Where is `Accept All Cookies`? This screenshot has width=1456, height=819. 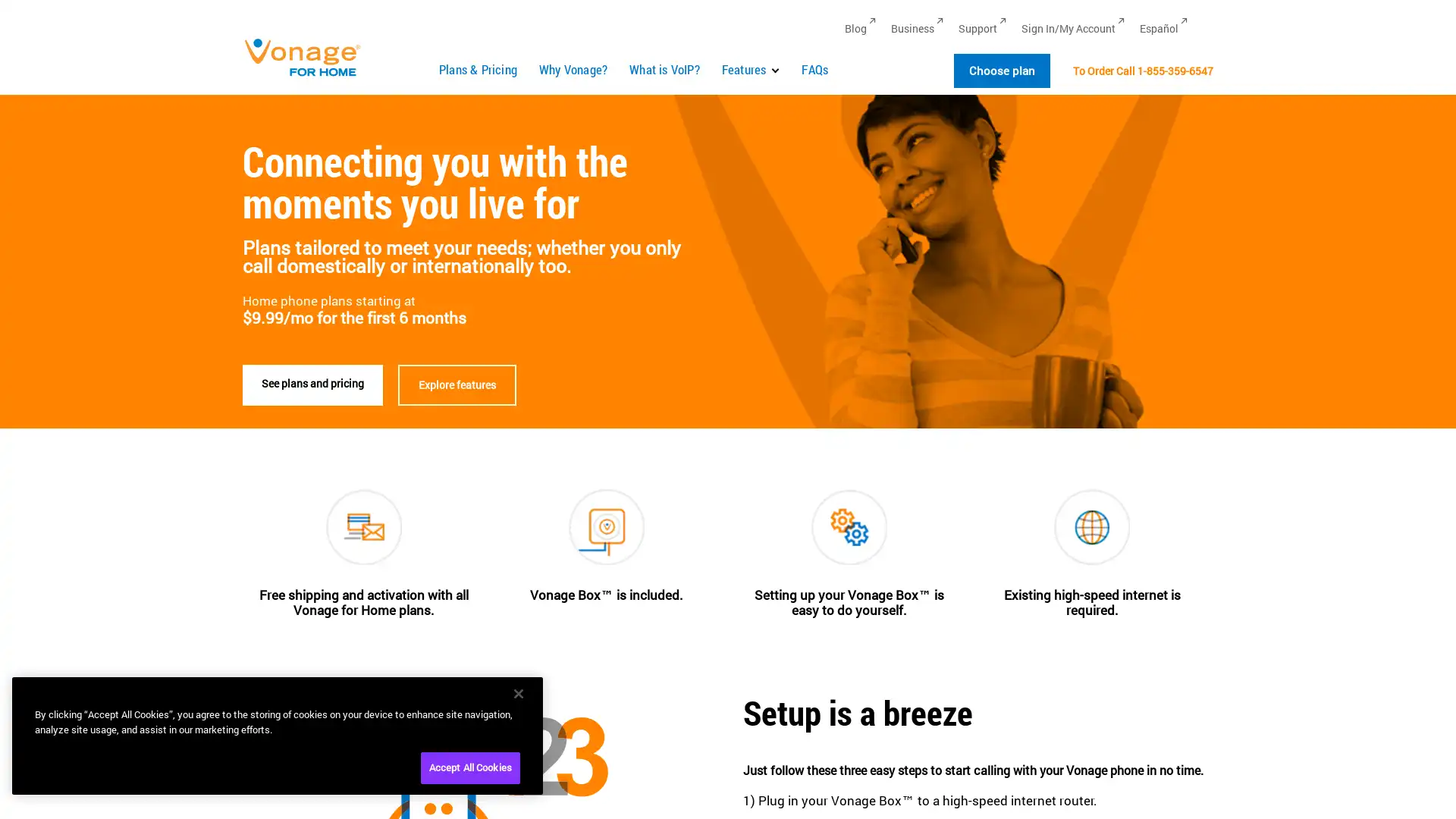 Accept All Cookies is located at coordinates (469, 768).